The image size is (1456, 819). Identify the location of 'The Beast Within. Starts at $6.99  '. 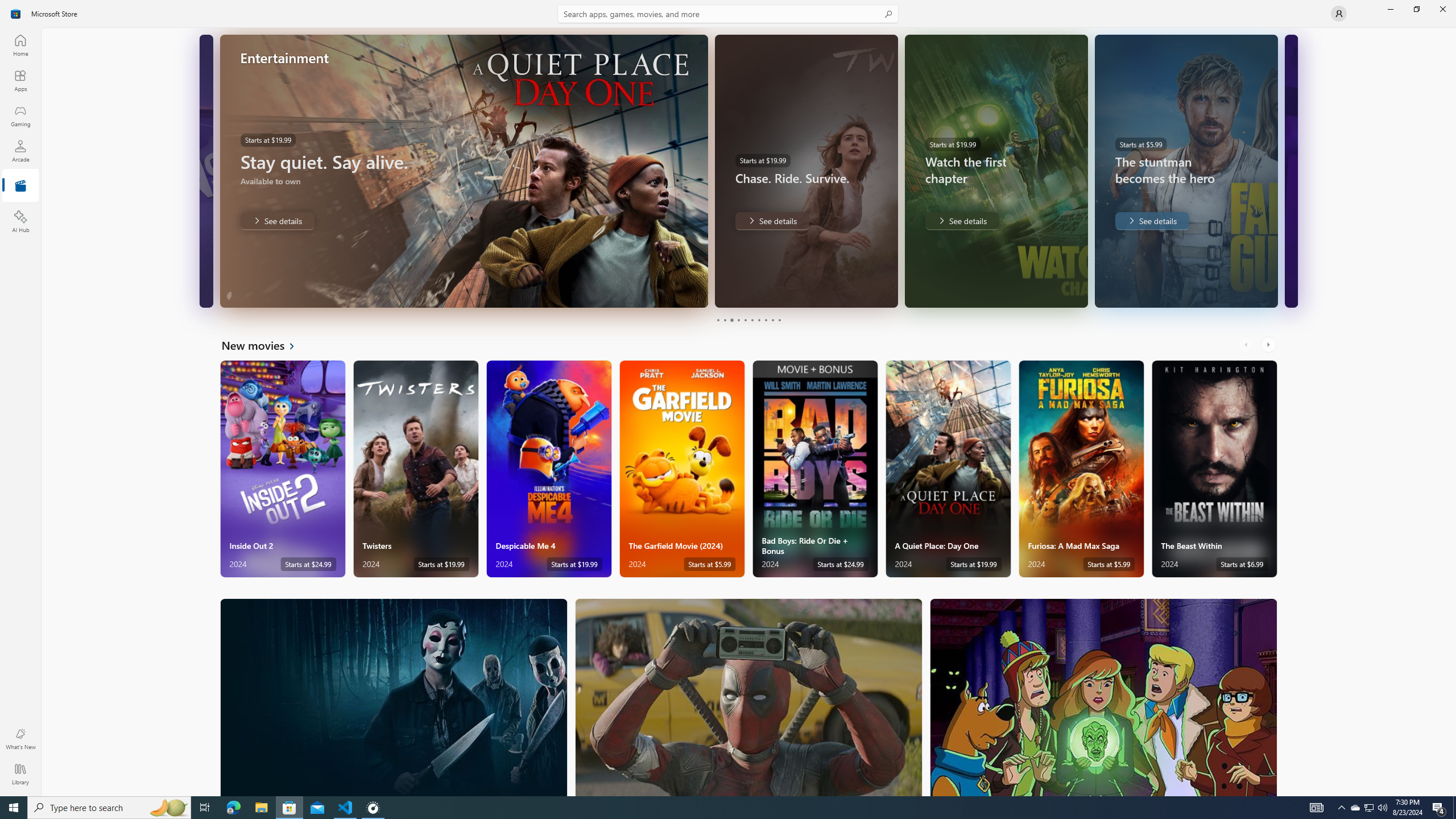
(1214, 469).